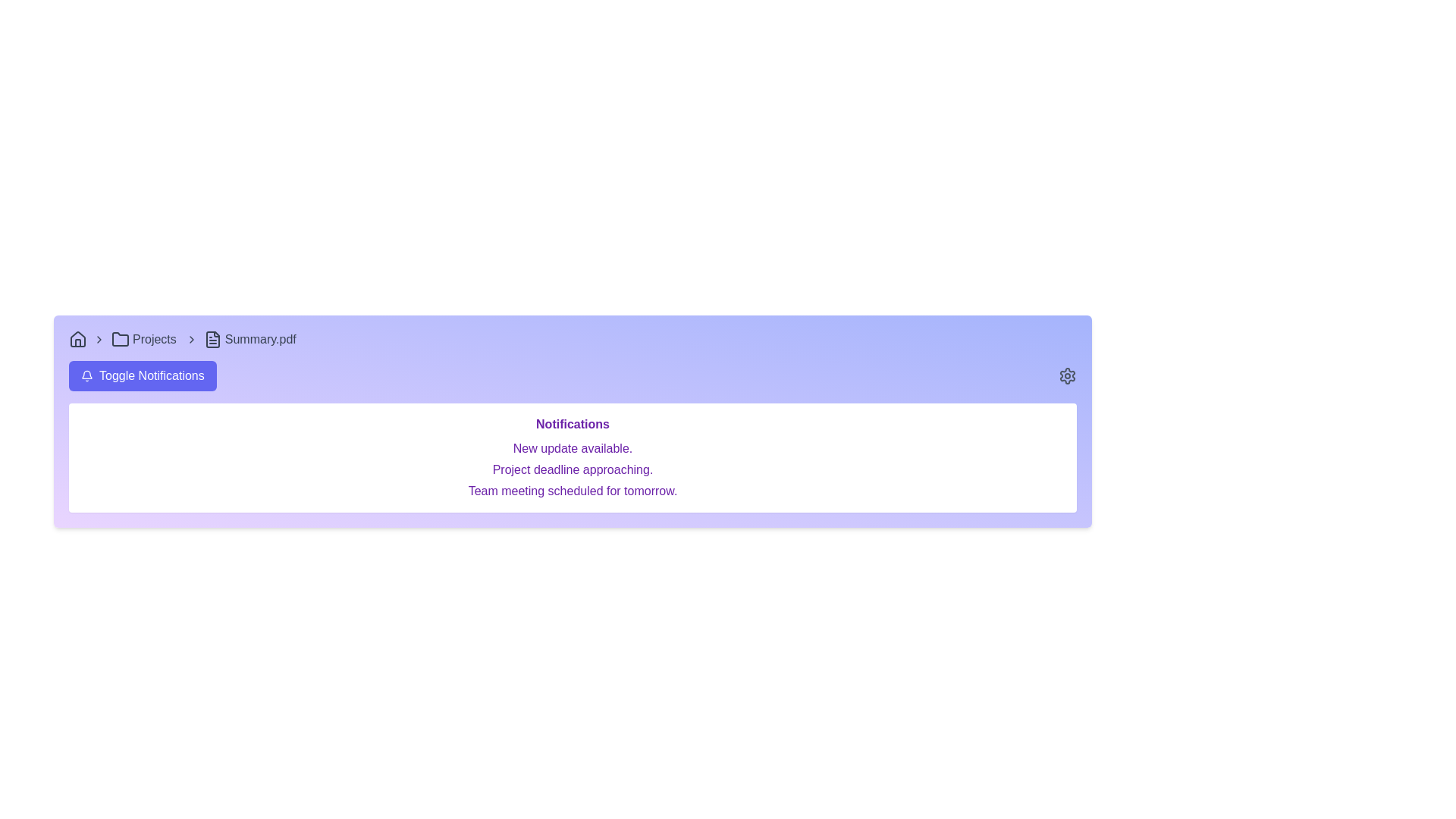  What do you see at coordinates (119, 338) in the screenshot?
I see `the folder icon element, which is the second icon from the left in the breadcrumb navigation bar, positioned between the home icon and text links` at bounding box center [119, 338].